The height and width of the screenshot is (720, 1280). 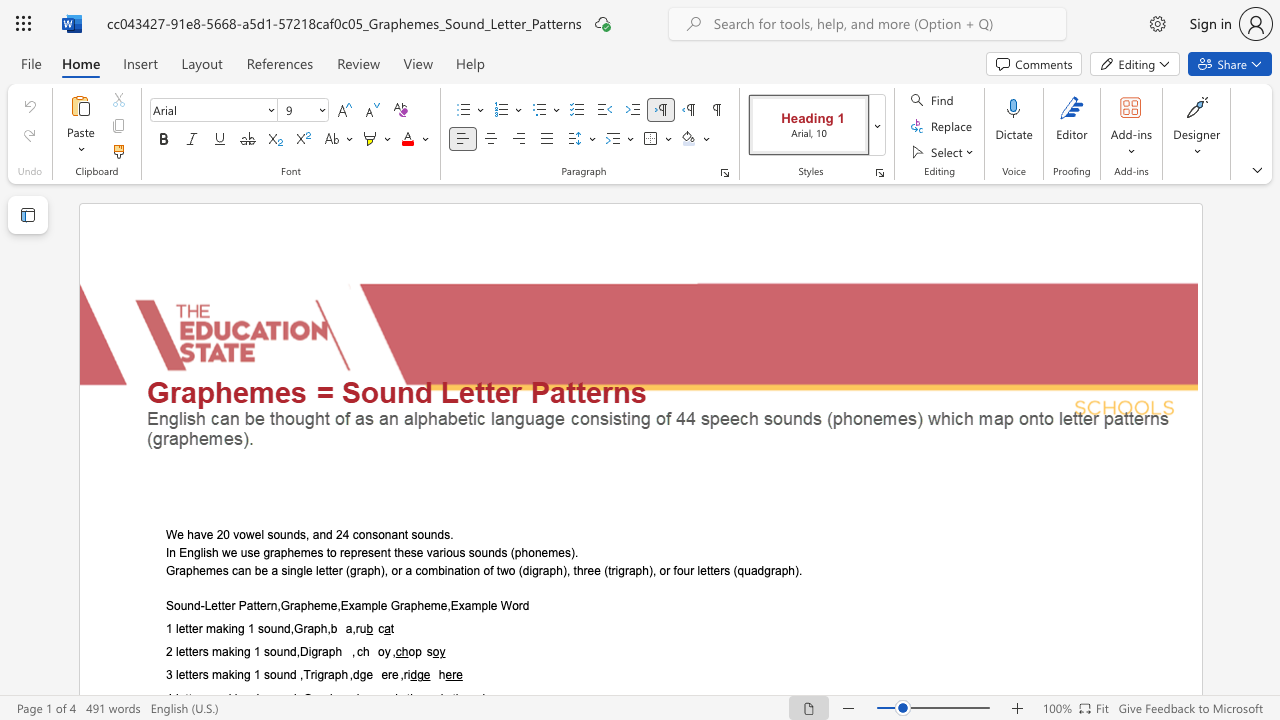 What do you see at coordinates (166, 570) in the screenshot?
I see `the subset text "Graphemes can be a single letter (graph)," within the text "Graphemes can be a single letter (graph), or a combination of two (digraph), three (trigraph), or four letters (quadgraph)."` at bounding box center [166, 570].